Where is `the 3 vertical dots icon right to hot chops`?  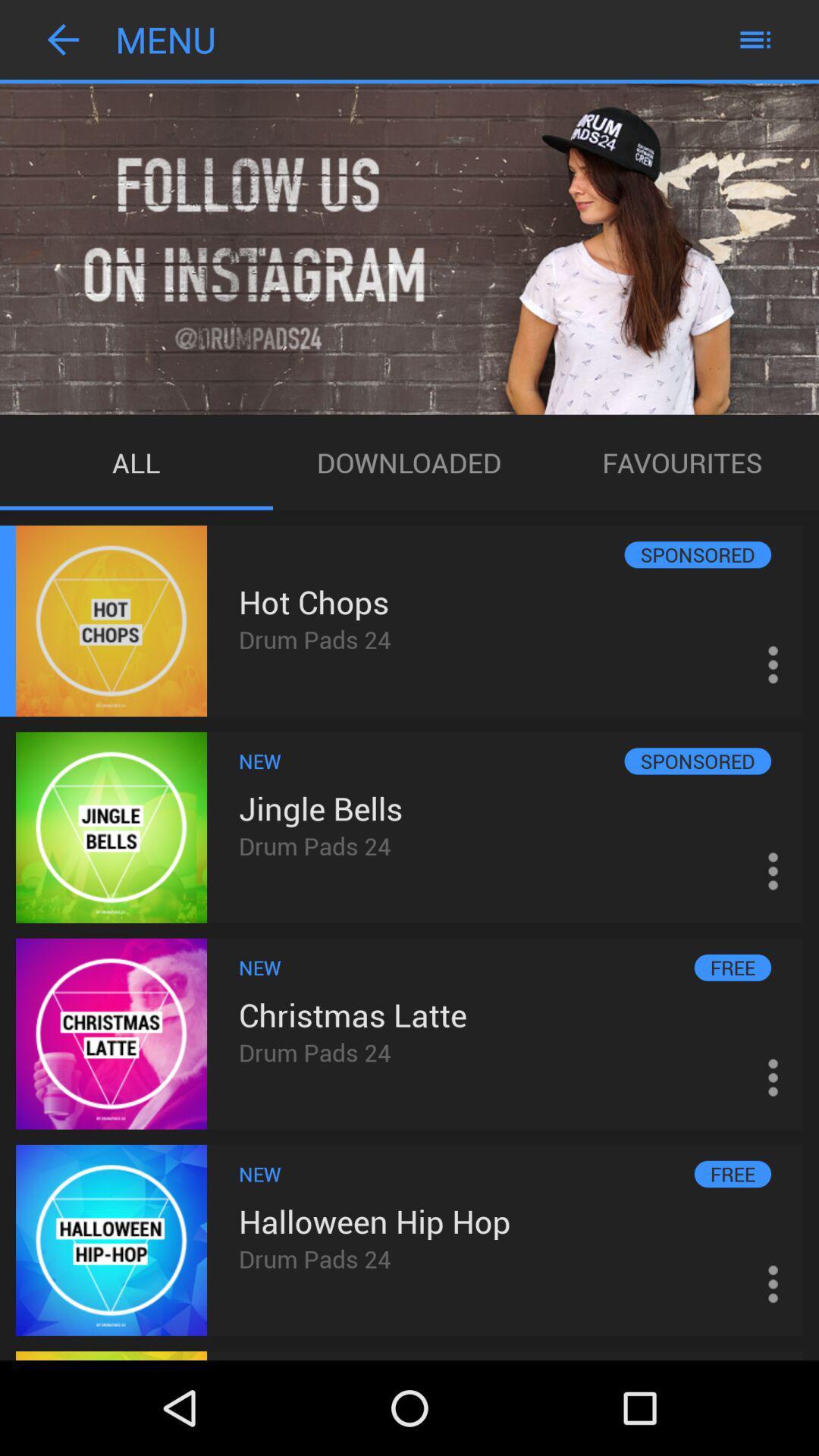
the 3 vertical dots icon right to hot chops is located at coordinates (773, 665).